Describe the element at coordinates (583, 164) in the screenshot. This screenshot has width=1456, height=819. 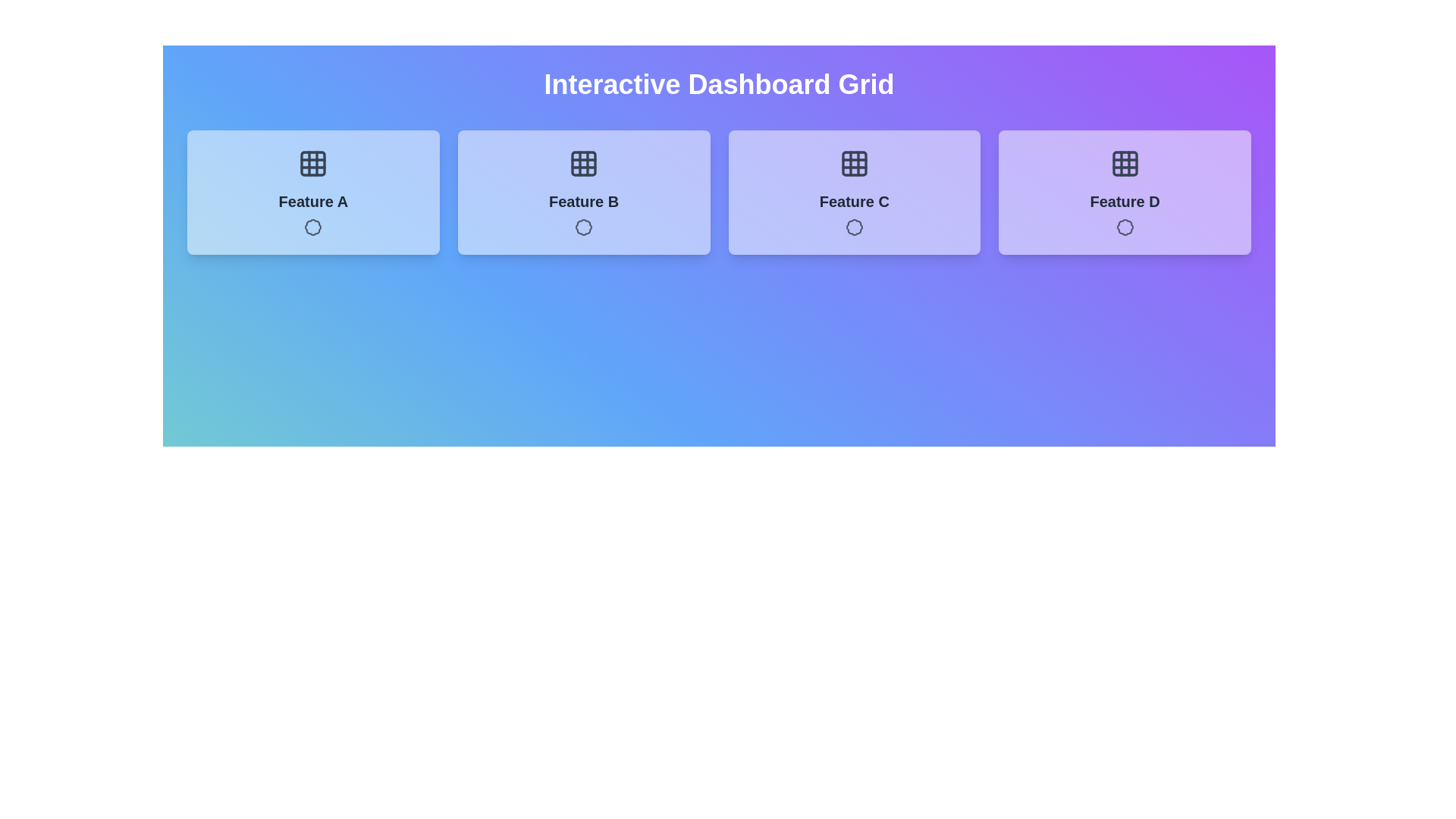
I see `the 3x3 grid icon with rounded edges, styled in dark gray, located above the text 'Feature B' within a blue card background` at that location.